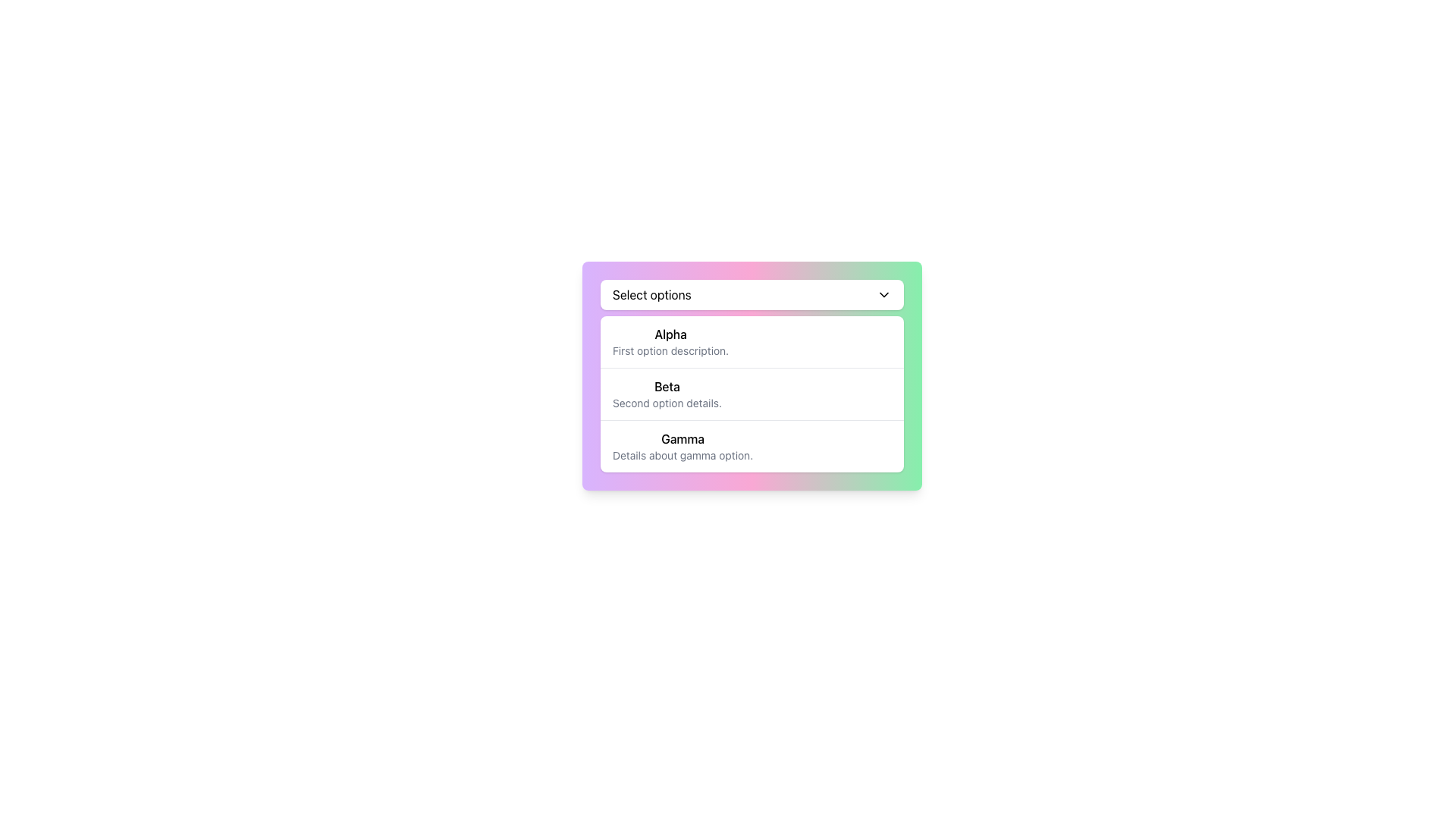  I want to click on descriptive text label that explains the 'Alpha' option in the dropdown menu, located beneath the title 'Alpha', so click(670, 350).